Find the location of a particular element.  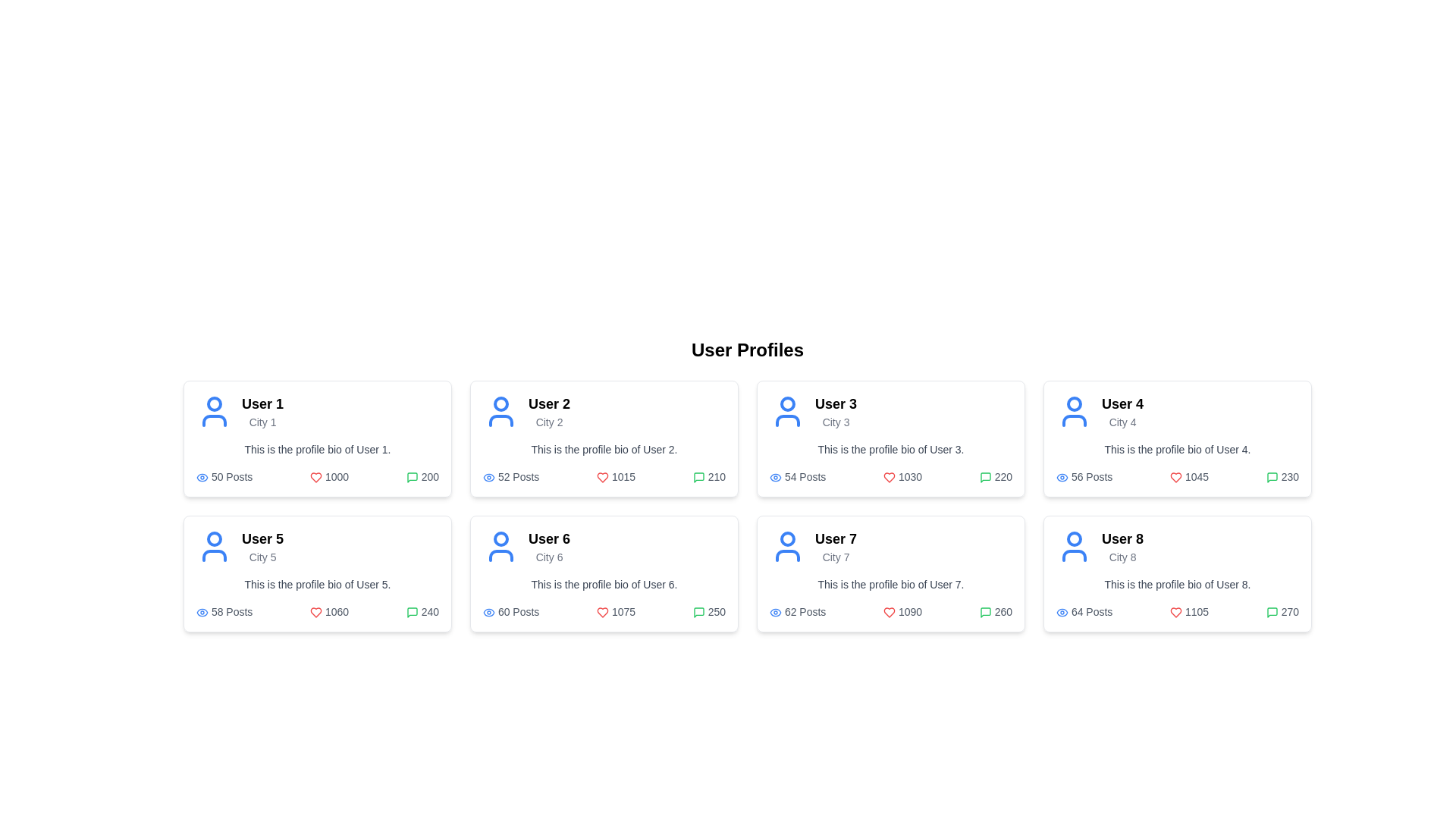

the static text label displaying the value '1015', which is located in the second profile card, following the '52 Posts' text and the heart icon is located at coordinates (616, 475).